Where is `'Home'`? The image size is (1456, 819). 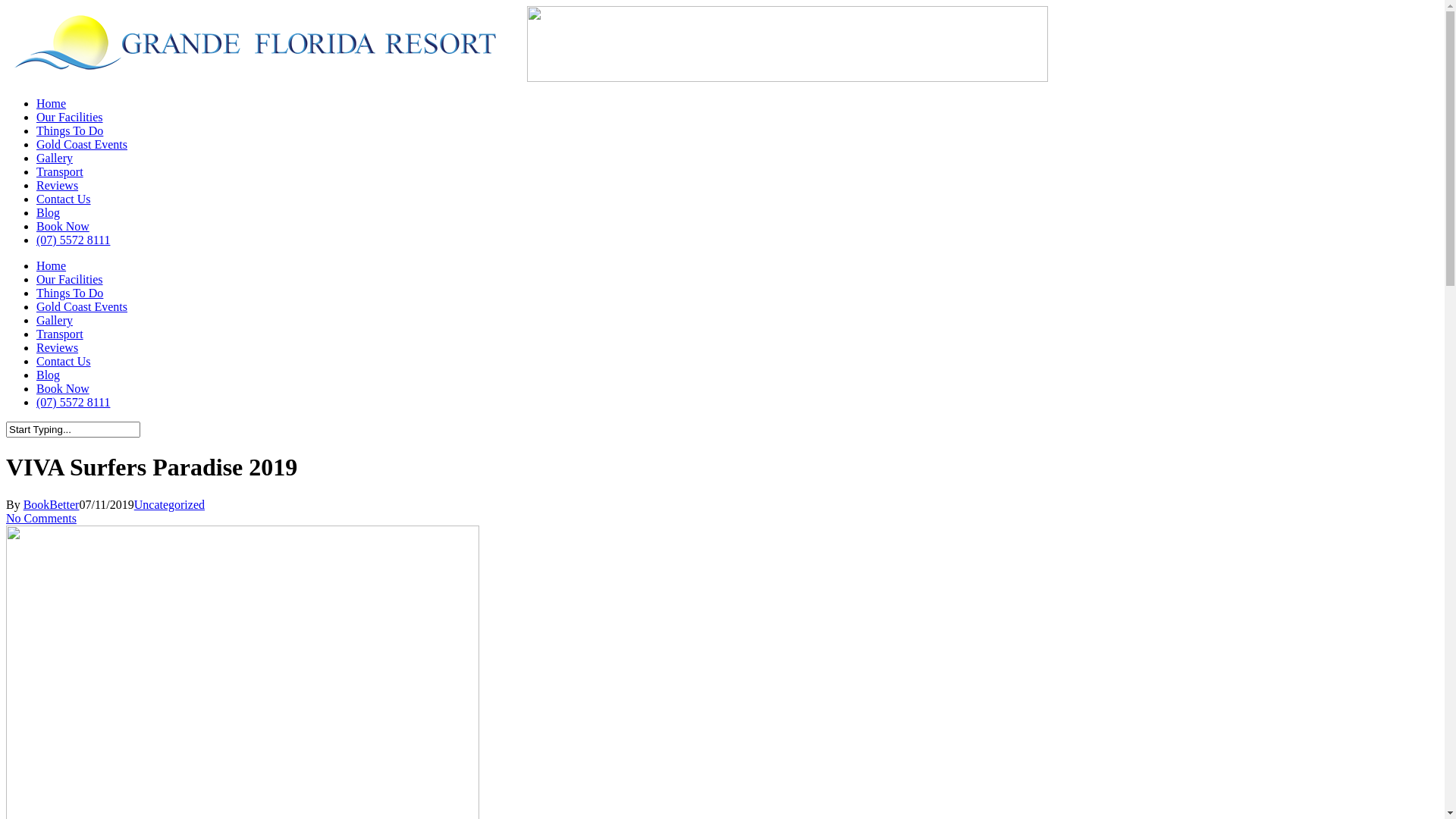
'Home' is located at coordinates (51, 102).